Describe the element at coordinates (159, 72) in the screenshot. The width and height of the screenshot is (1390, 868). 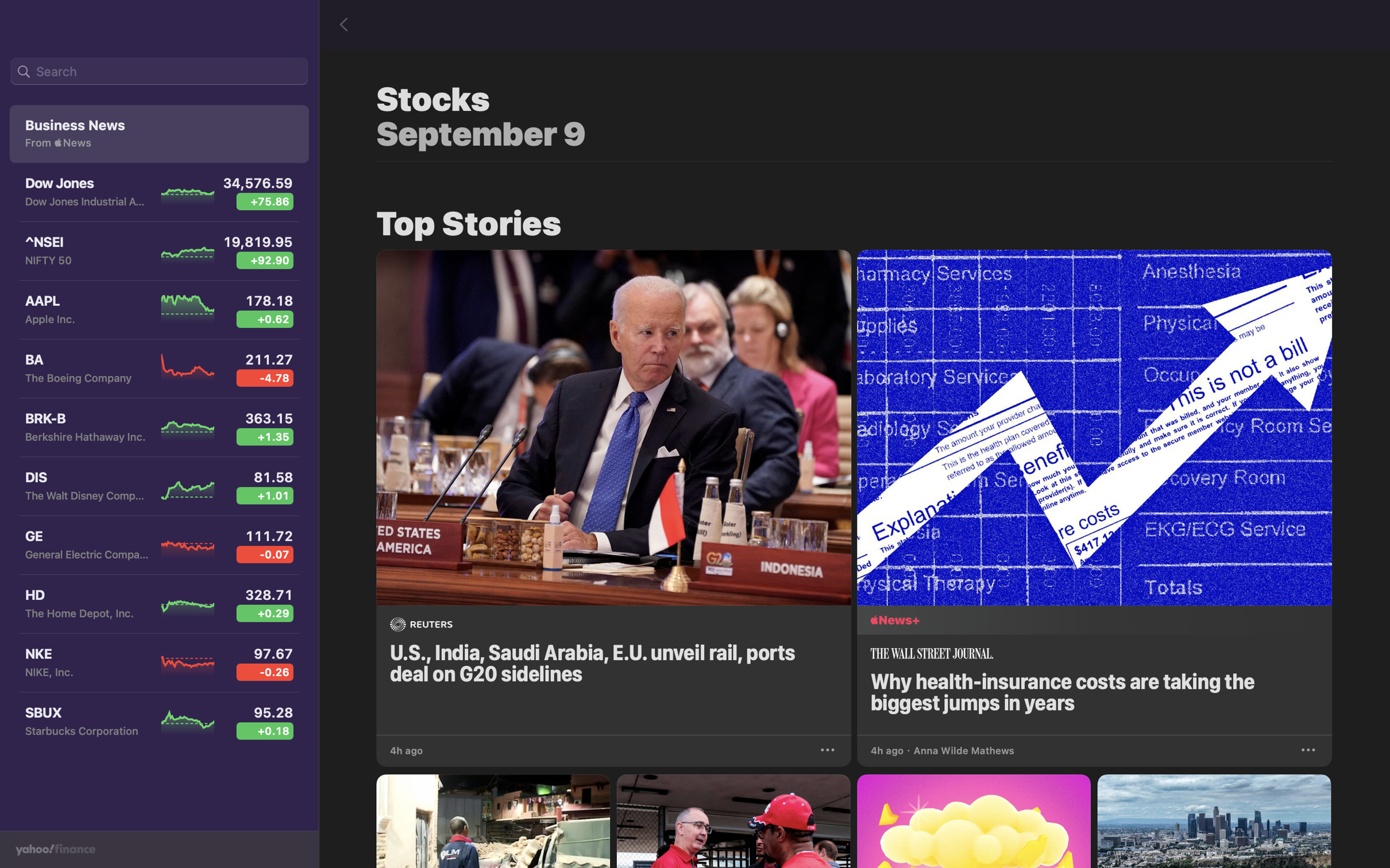
I see `the stock listed under "Adobe" using the search bar on the top left` at that location.